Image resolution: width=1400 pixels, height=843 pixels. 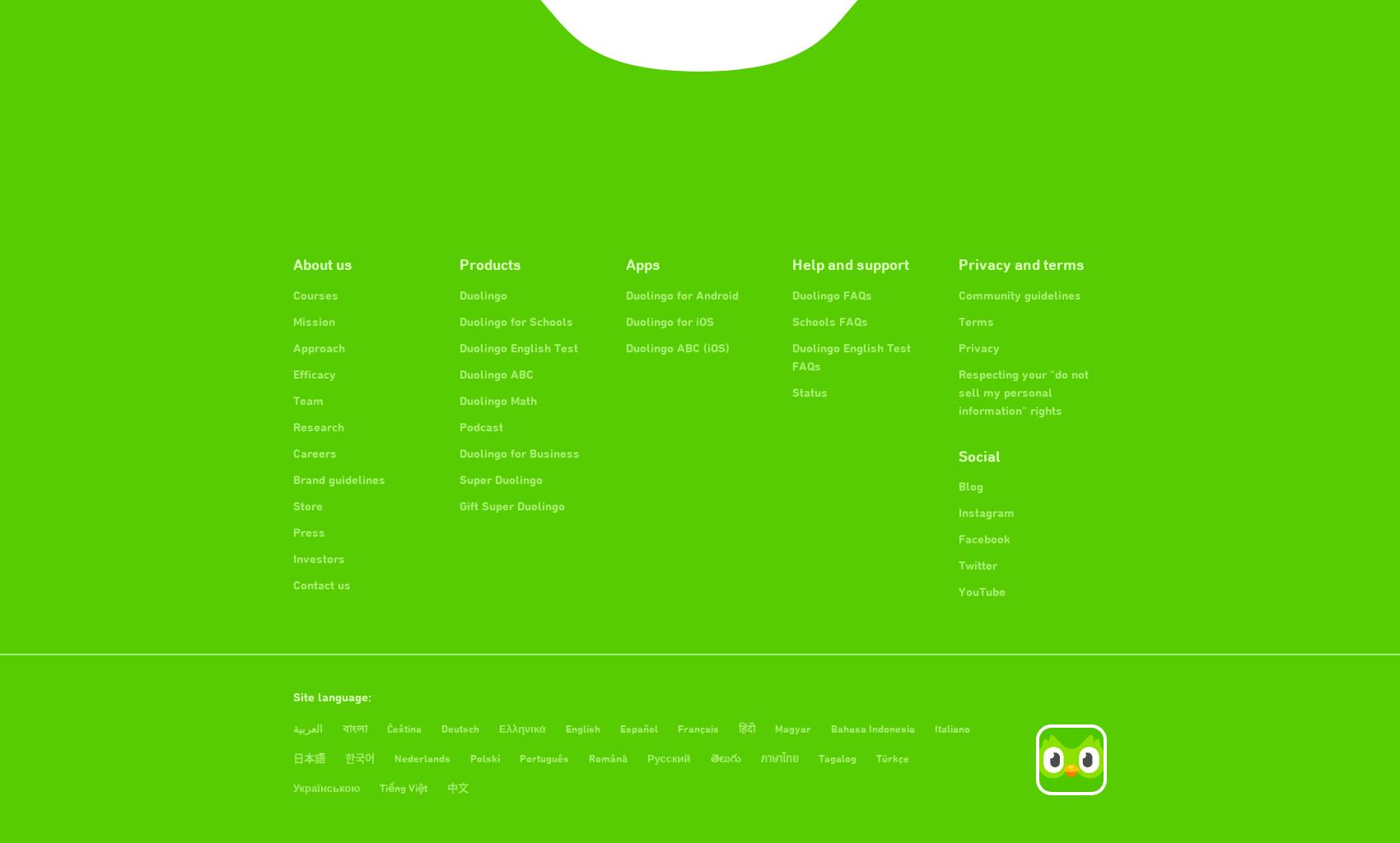 I want to click on 'Efficacy', so click(x=313, y=374).